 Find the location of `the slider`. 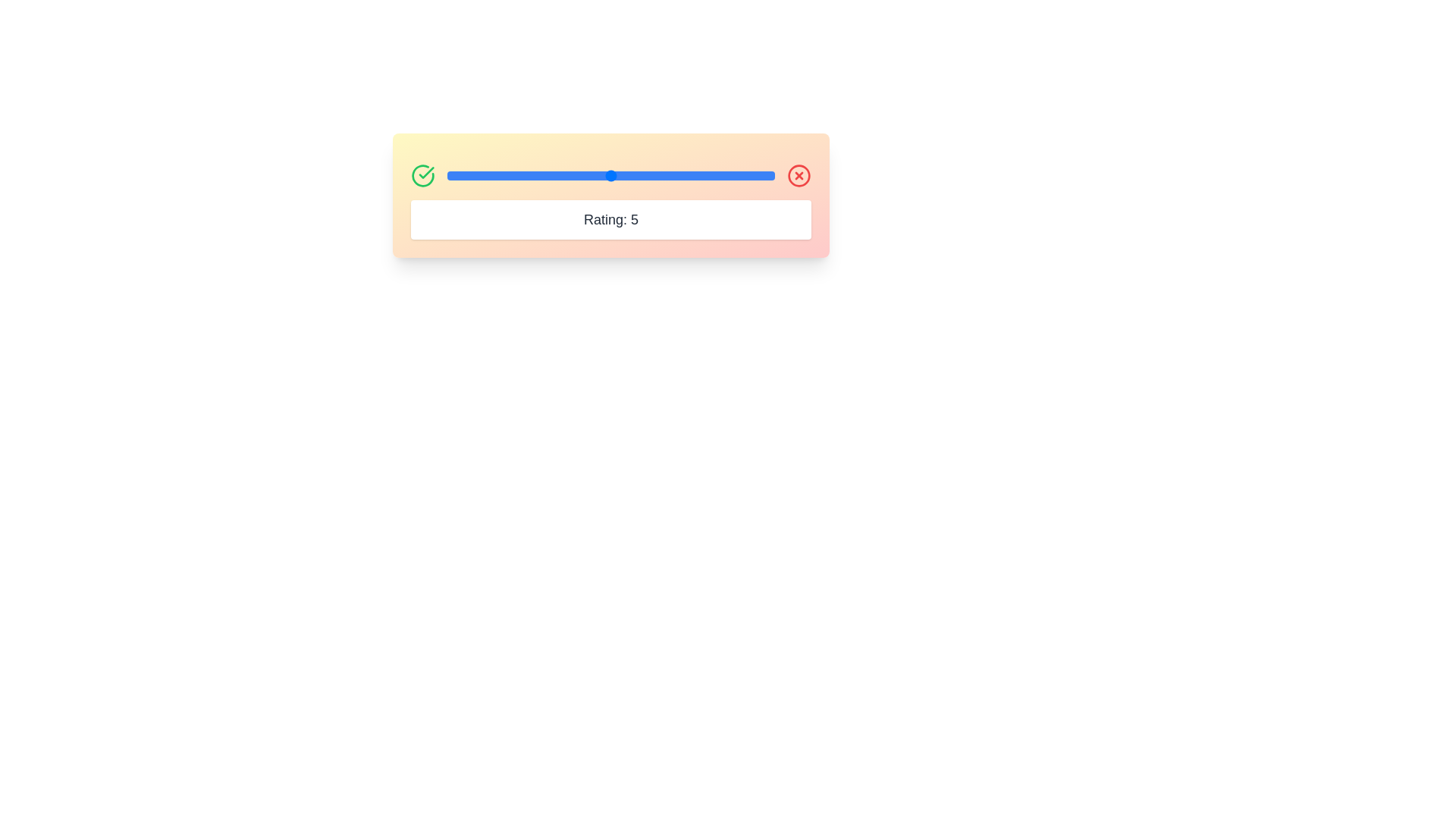

the slider is located at coordinates (742, 174).